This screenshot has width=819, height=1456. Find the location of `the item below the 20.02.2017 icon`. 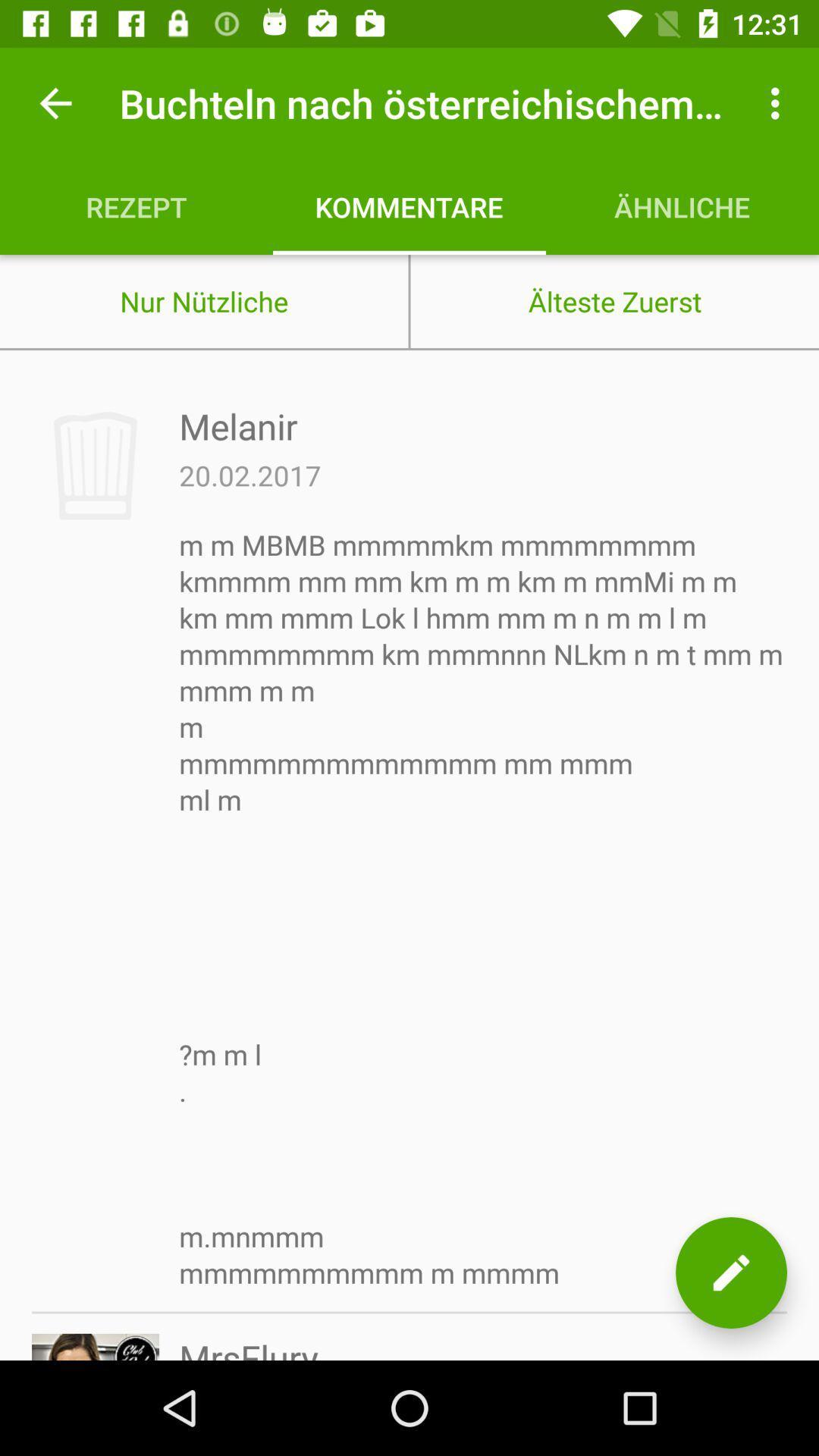

the item below the 20.02.2017 icon is located at coordinates (483, 908).